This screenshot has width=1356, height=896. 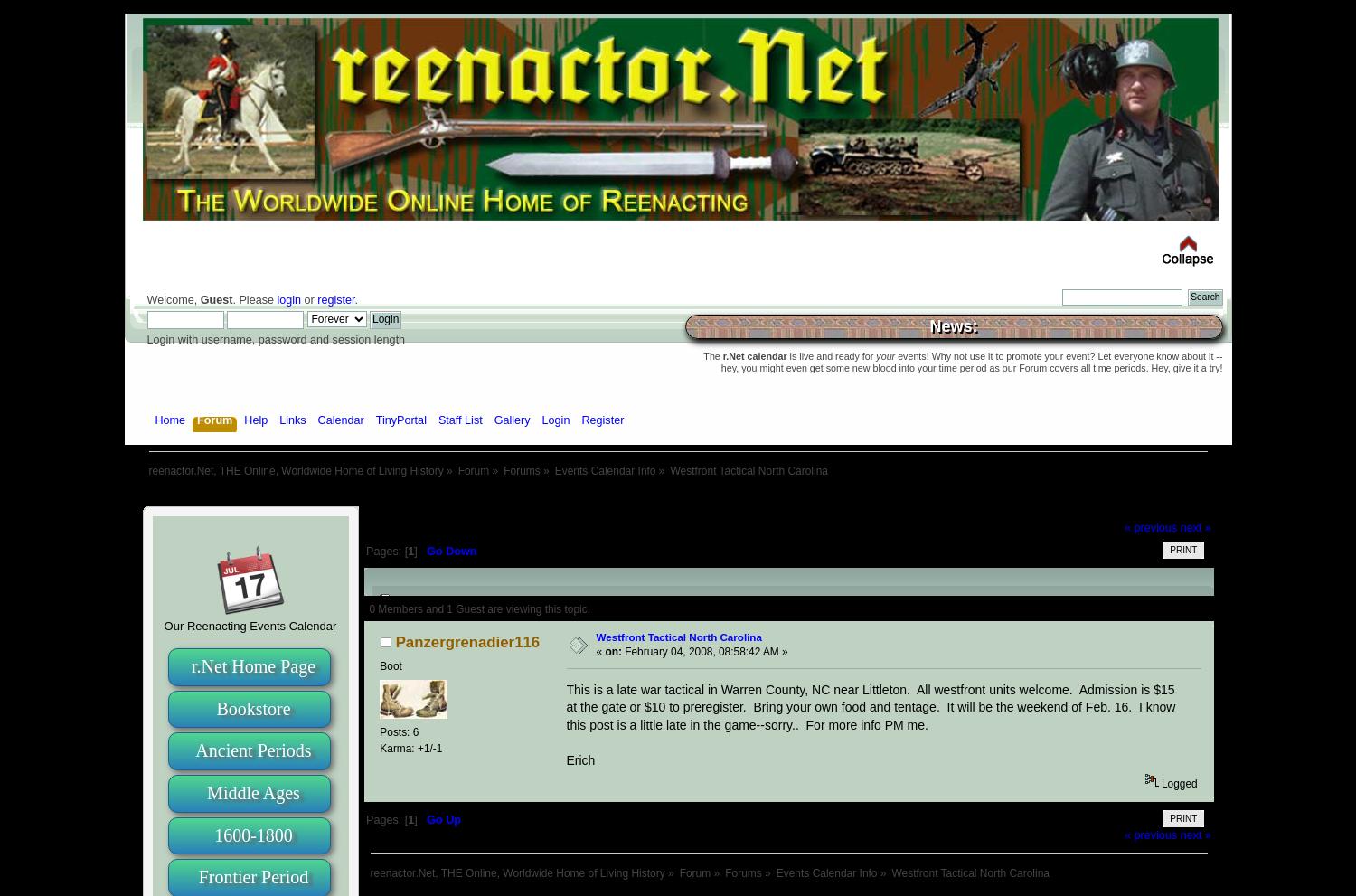 I want to click on 'Posts: 6', so click(x=398, y=731).